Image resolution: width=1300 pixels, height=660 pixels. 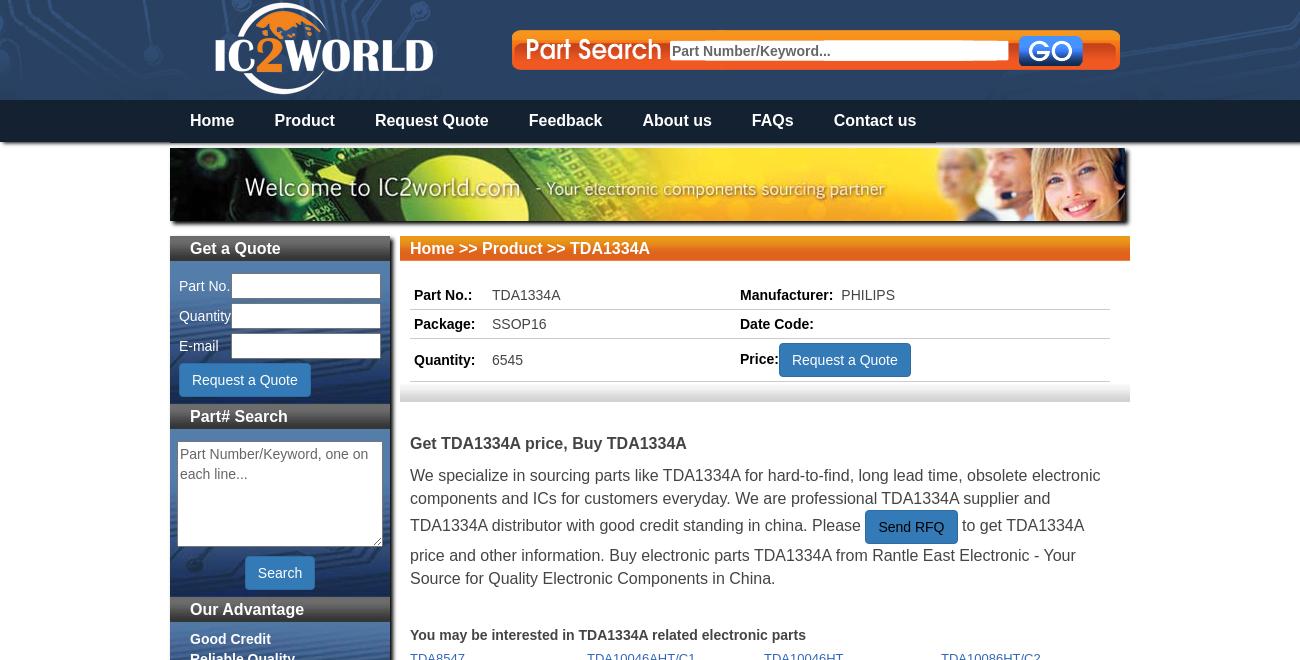 I want to click on 'Manufacturer:', so click(x=785, y=294).